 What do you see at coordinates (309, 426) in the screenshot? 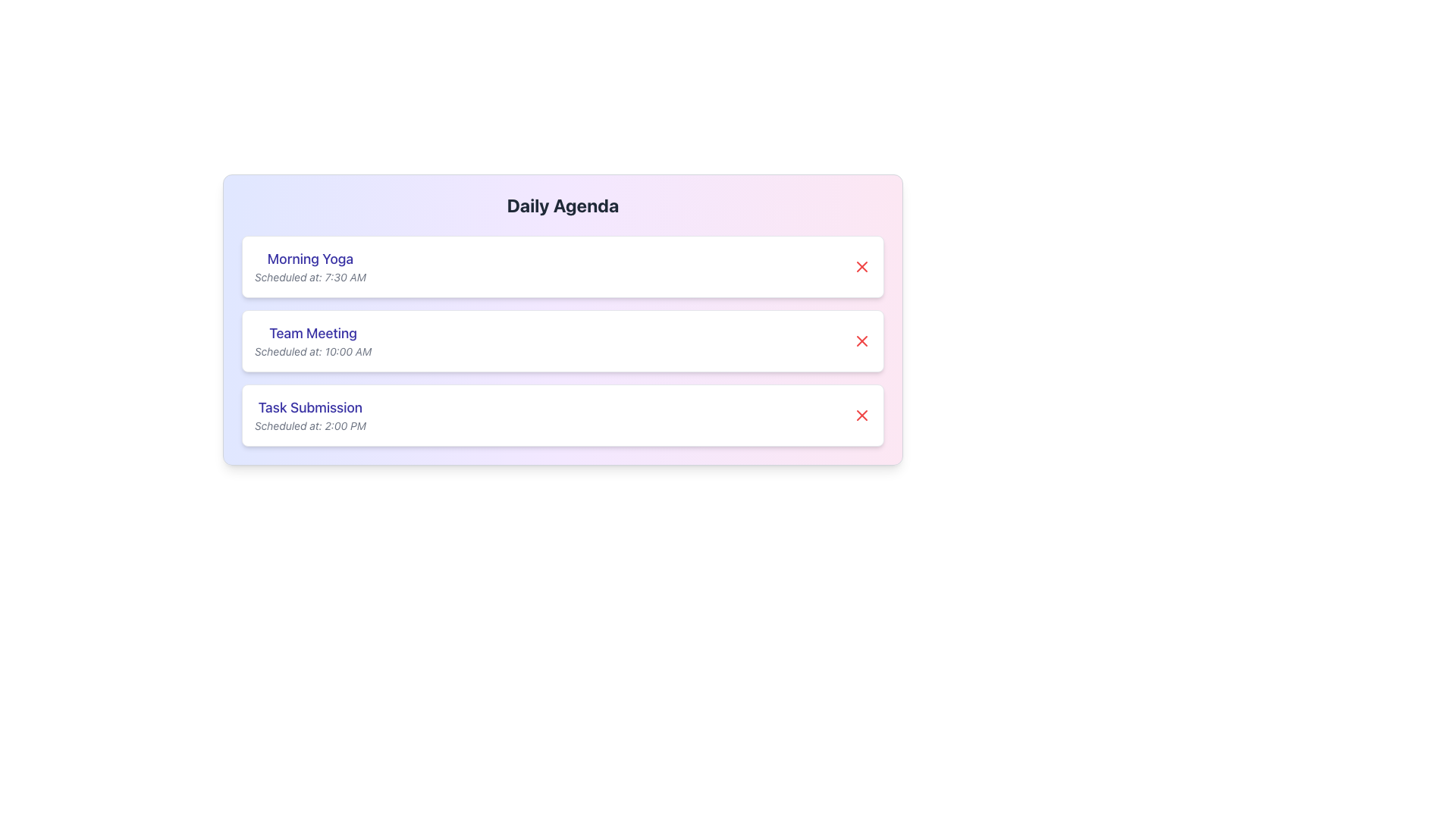
I see `the text label that displays supplementary information about the timing of the 'Task Submission' agenda item in the 'Daily Agenda' list` at bounding box center [309, 426].